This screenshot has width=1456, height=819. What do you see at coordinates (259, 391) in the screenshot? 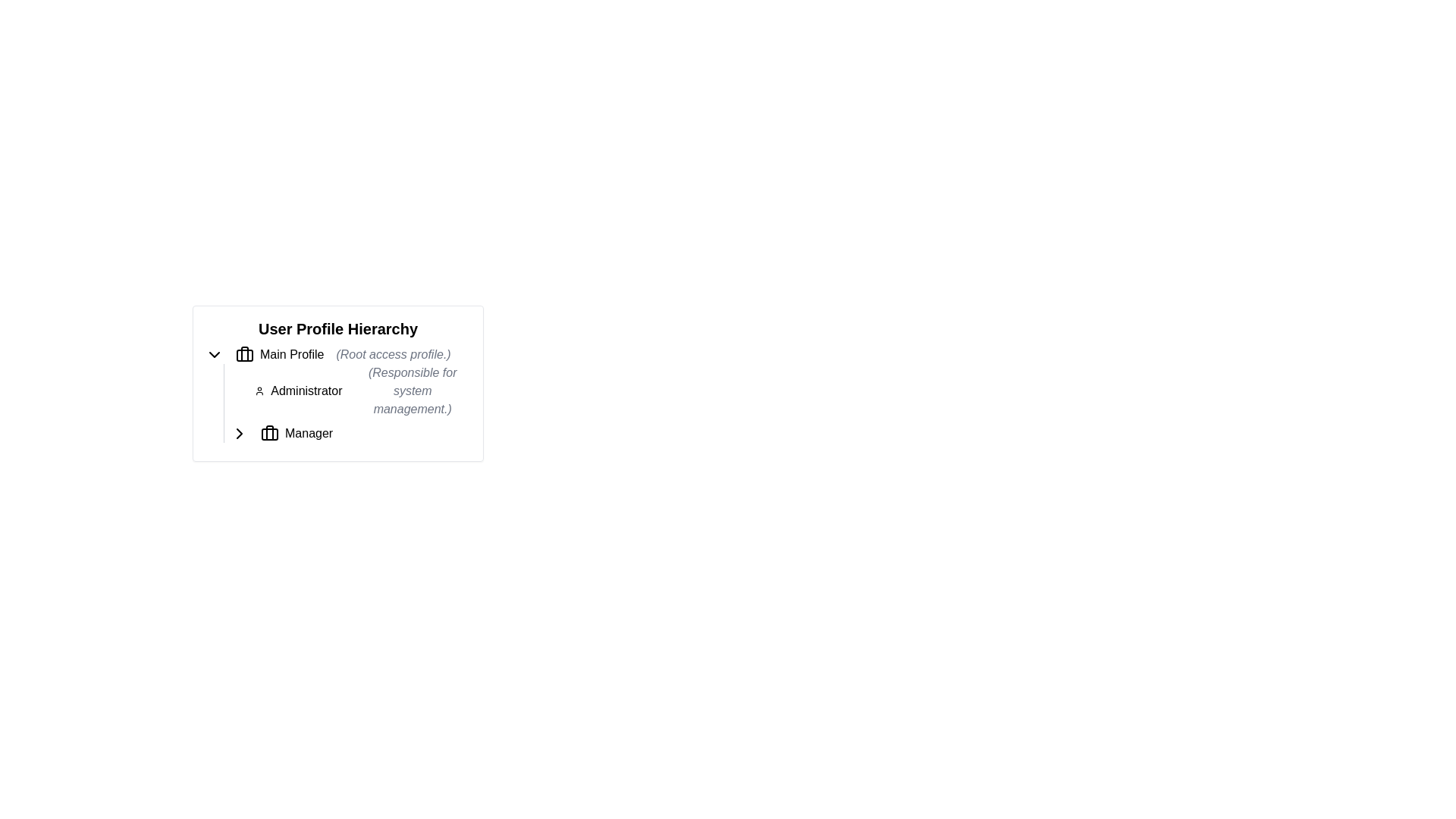
I see `Administrator role icon located to the left of the text '(Responsible for system management.)' within the user profile hierarchy component` at bounding box center [259, 391].